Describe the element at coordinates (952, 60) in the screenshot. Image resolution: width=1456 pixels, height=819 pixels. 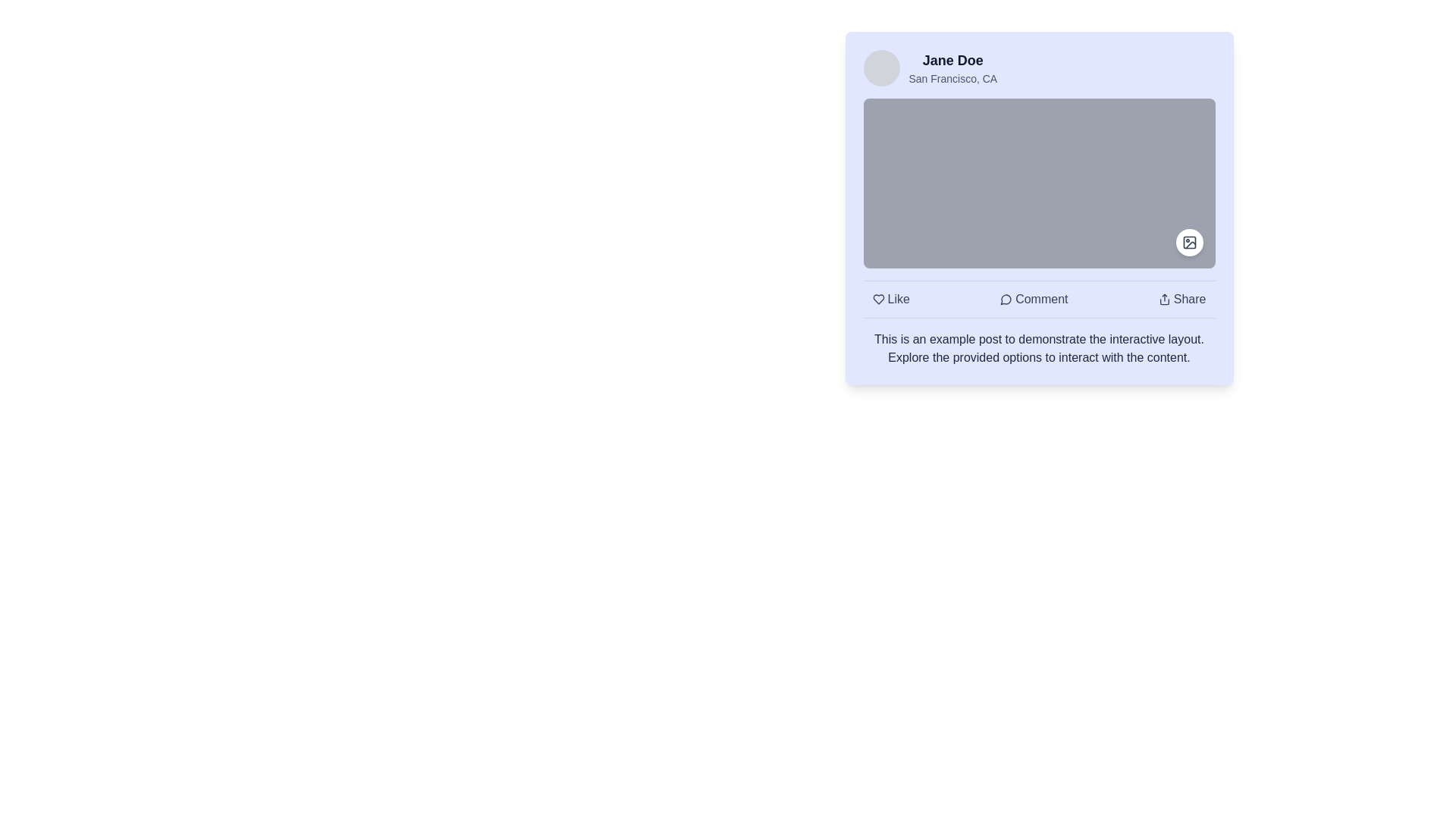
I see `the static text label displaying 'Jane Doe', which is styled in bold, large, dark gray font and positioned at the top of a card-like section` at that location.